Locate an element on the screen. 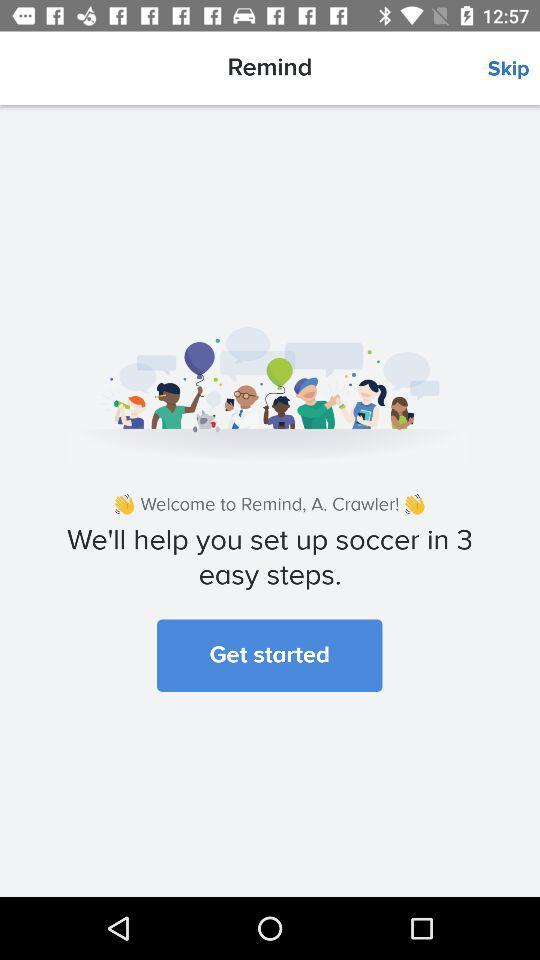 The image size is (540, 960). get started is located at coordinates (269, 654).